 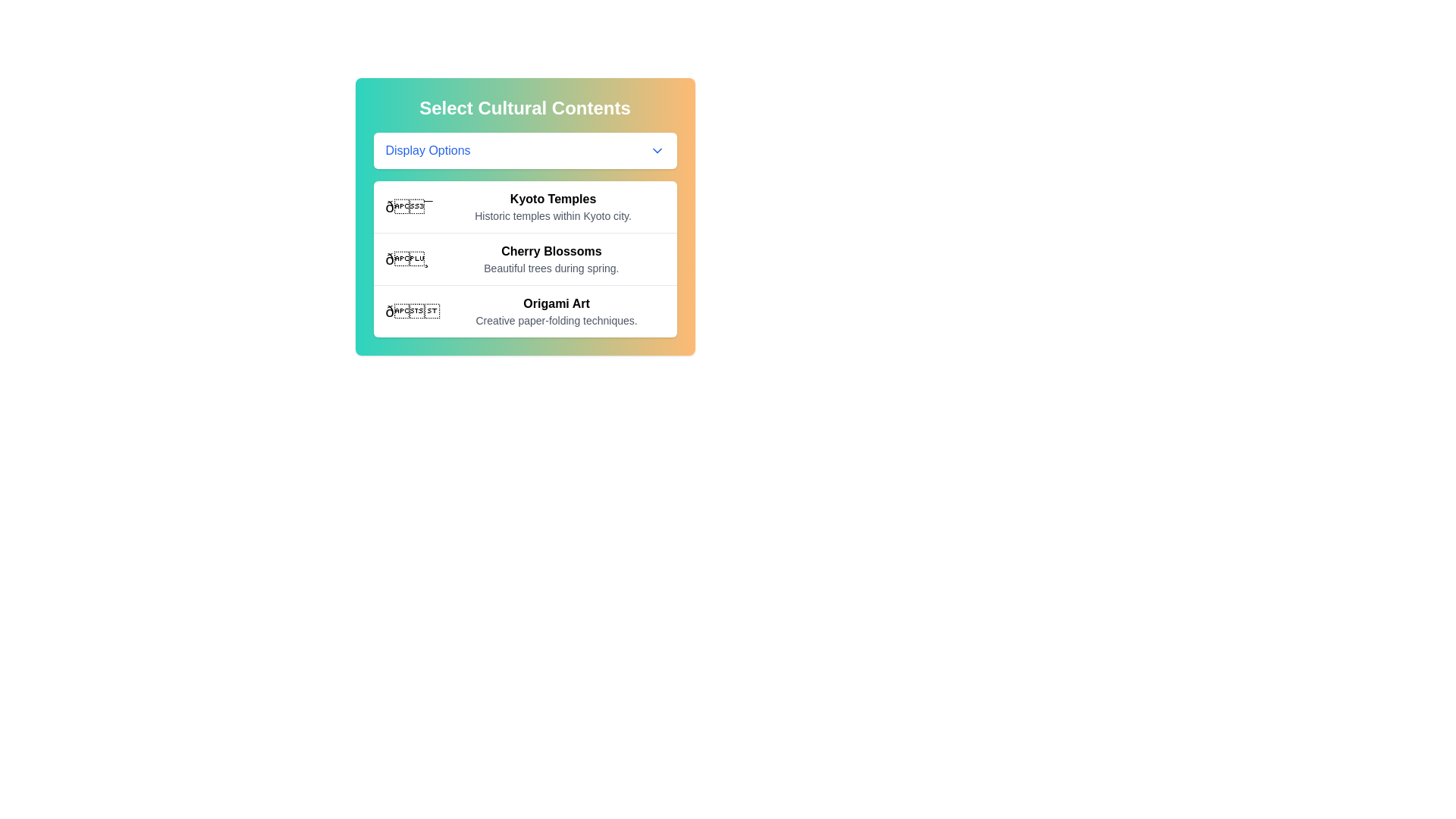 What do you see at coordinates (525, 207) in the screenshot?
I see `the first cultural content entry titled 'Kyoto Temples'` at bounding box center [525, 207].